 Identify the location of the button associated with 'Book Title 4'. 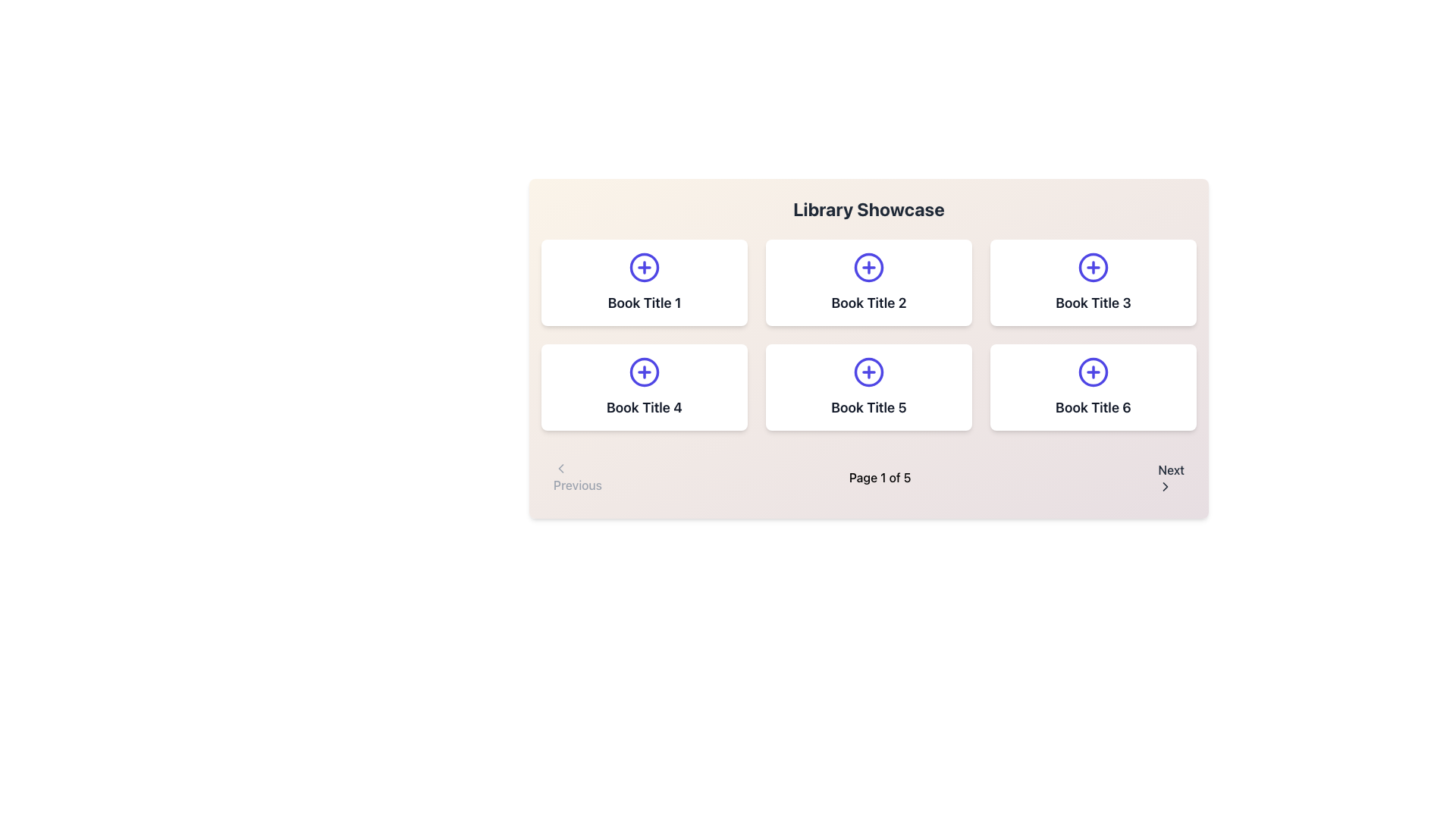
(644, 372).